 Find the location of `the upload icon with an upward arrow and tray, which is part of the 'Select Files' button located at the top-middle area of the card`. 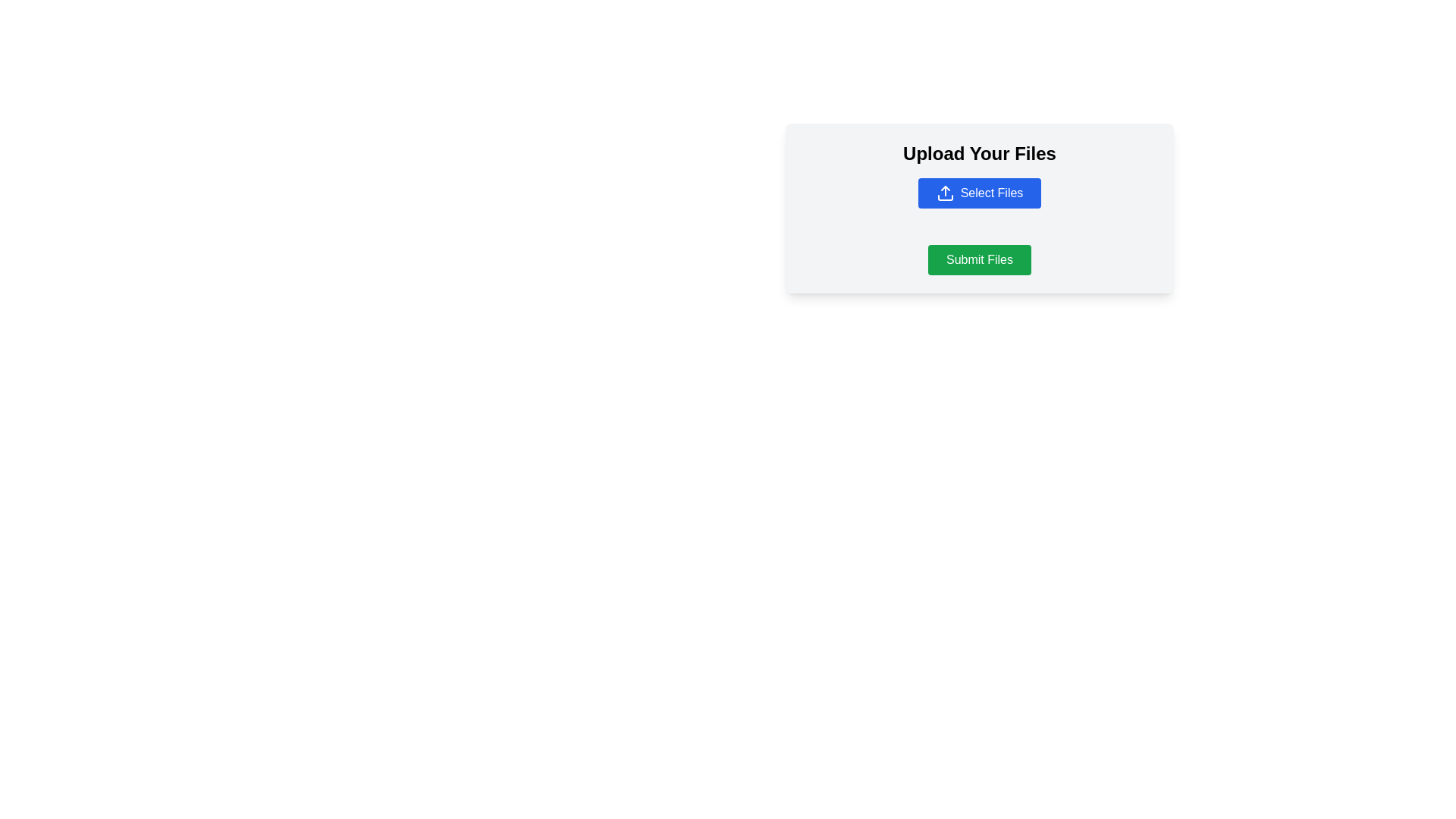

the upload icon with an upward arrow and tray, which is part of the 'Select Files' button located at the top-middle area of the card is located at coordinates (944, 192).